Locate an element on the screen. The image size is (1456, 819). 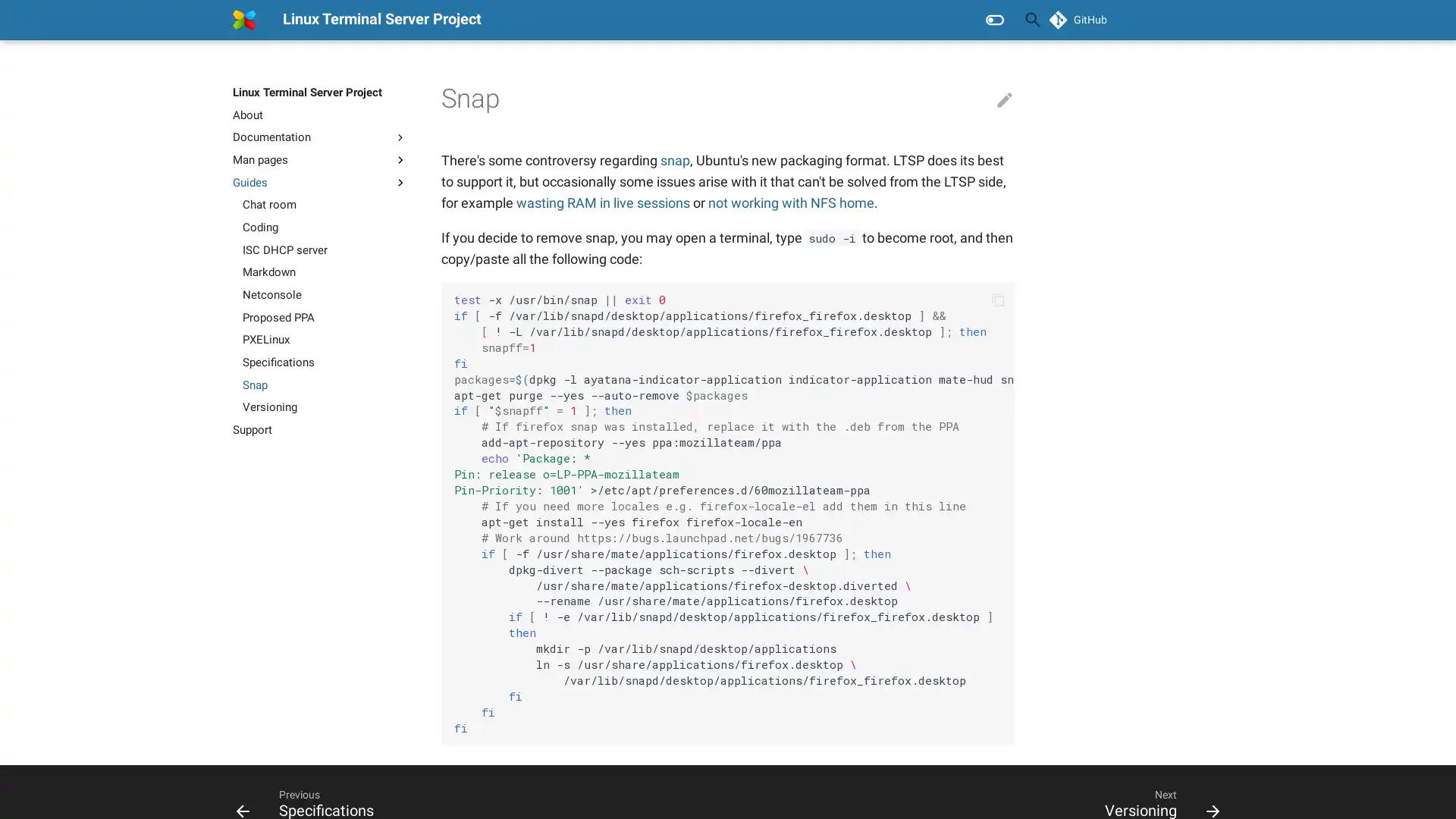
Copy to clipboard is located at coordinates (997, 299).